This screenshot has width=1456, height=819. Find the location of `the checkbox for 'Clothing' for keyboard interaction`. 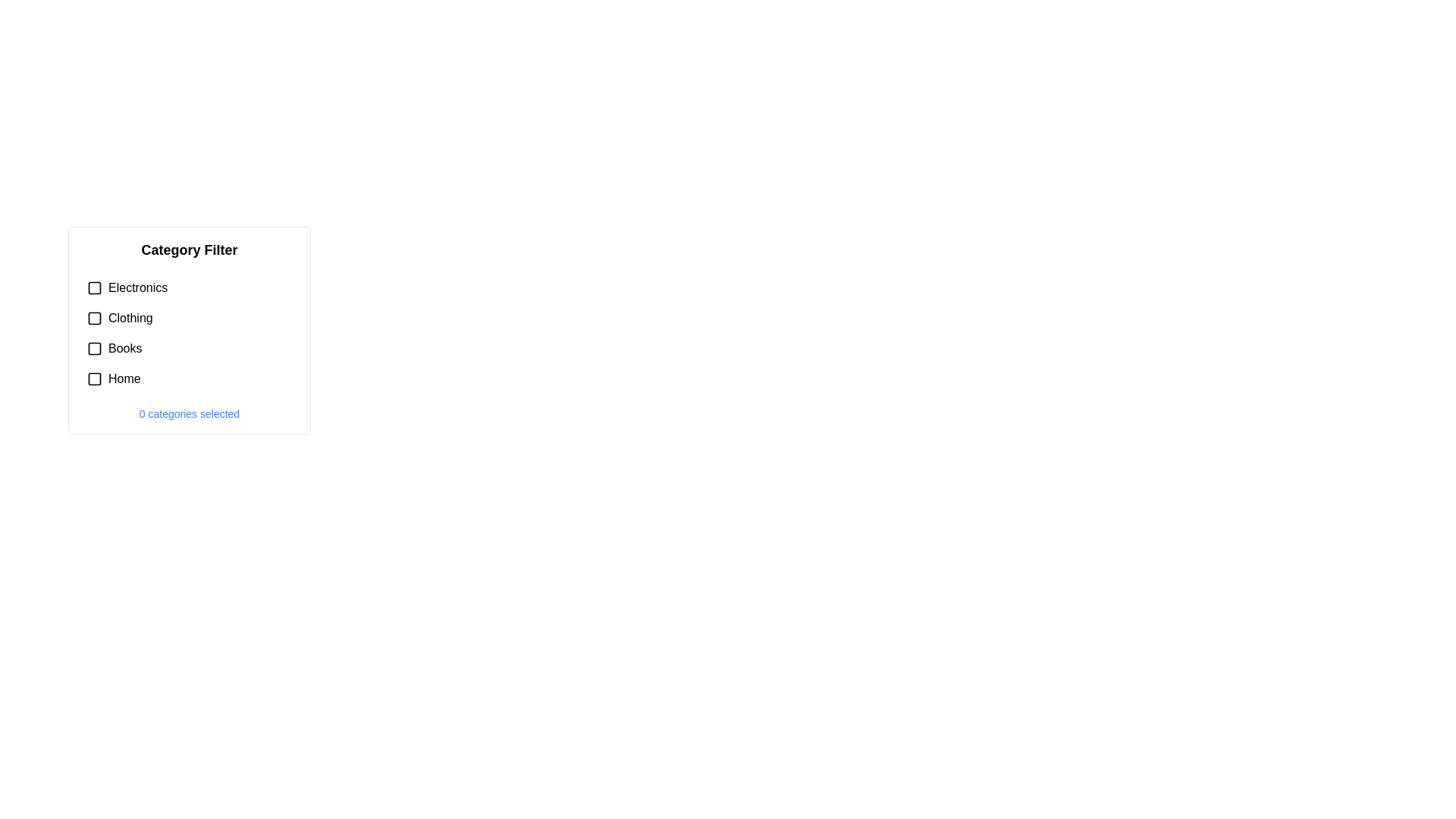

the checkbox for 'Clothing' for keyboard interaction is located at coordinates (93, 318).